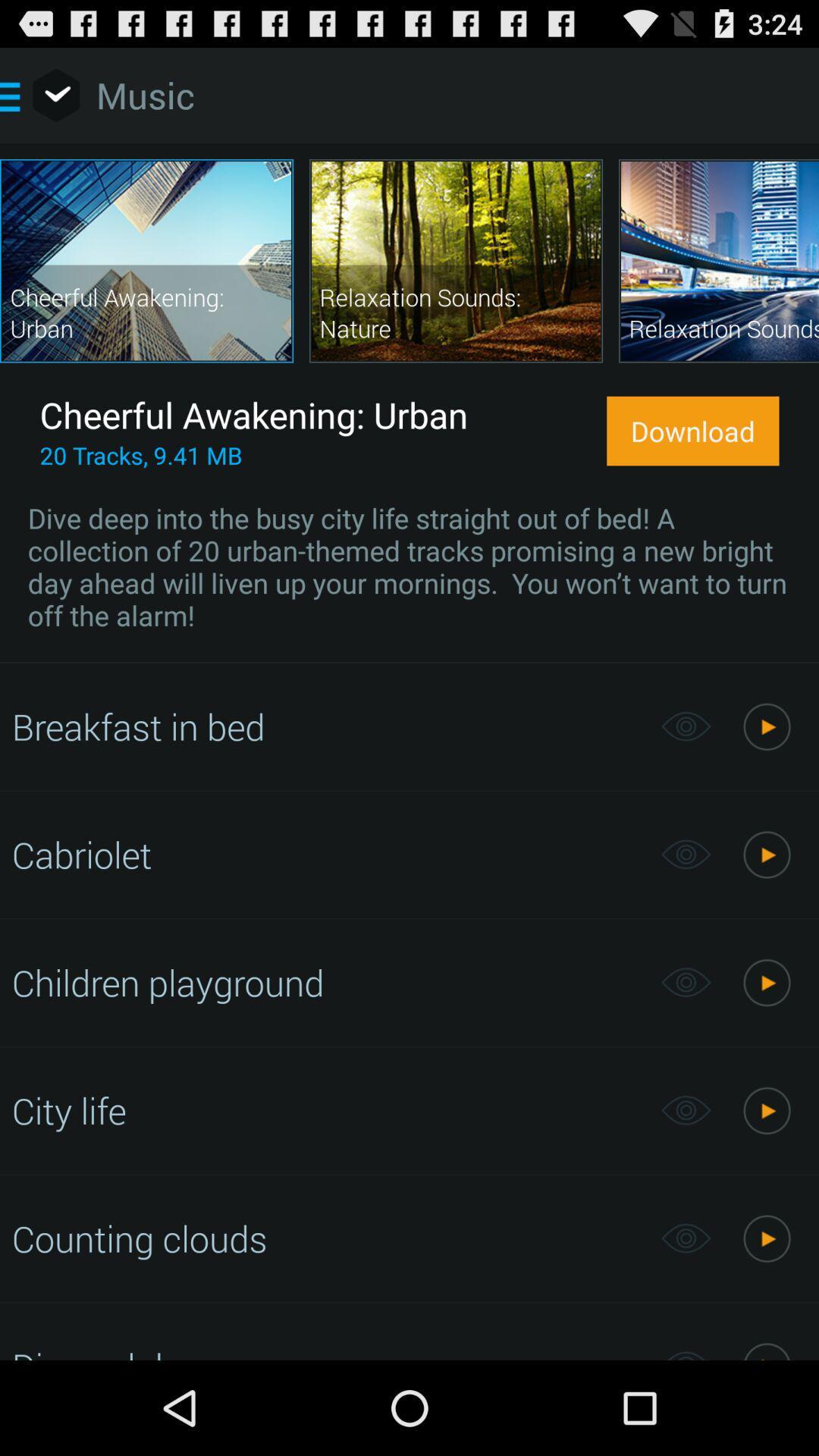 The image size is (819, 1456). Describe the element at coordinates (328, 1351) in the screenshot. I see `disco club item` at that location.